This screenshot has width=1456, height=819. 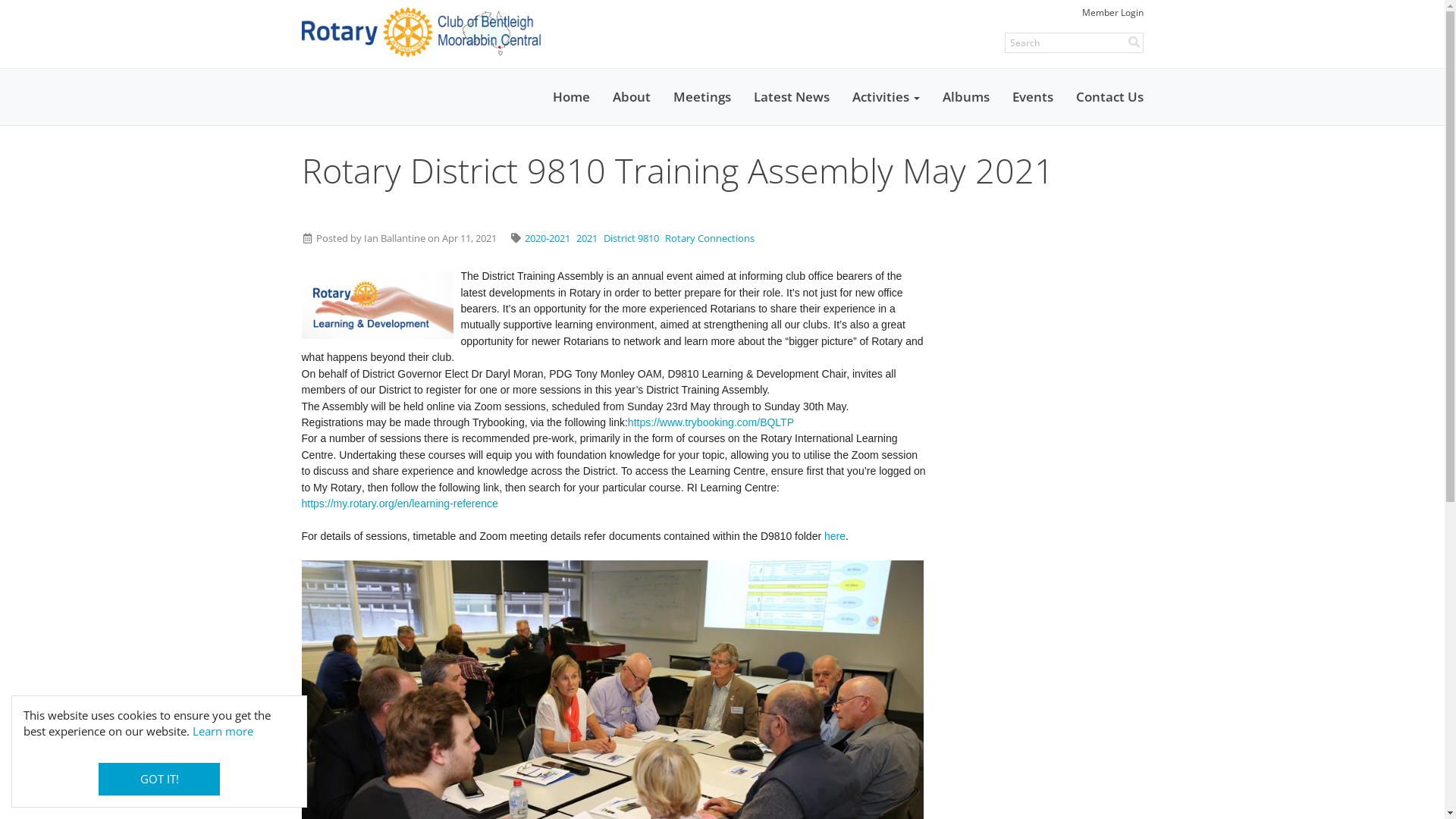 What do you see at coordinates (221, 730) in the screenshot?
I see `'Learn more'` at bounding box center [221, 730].